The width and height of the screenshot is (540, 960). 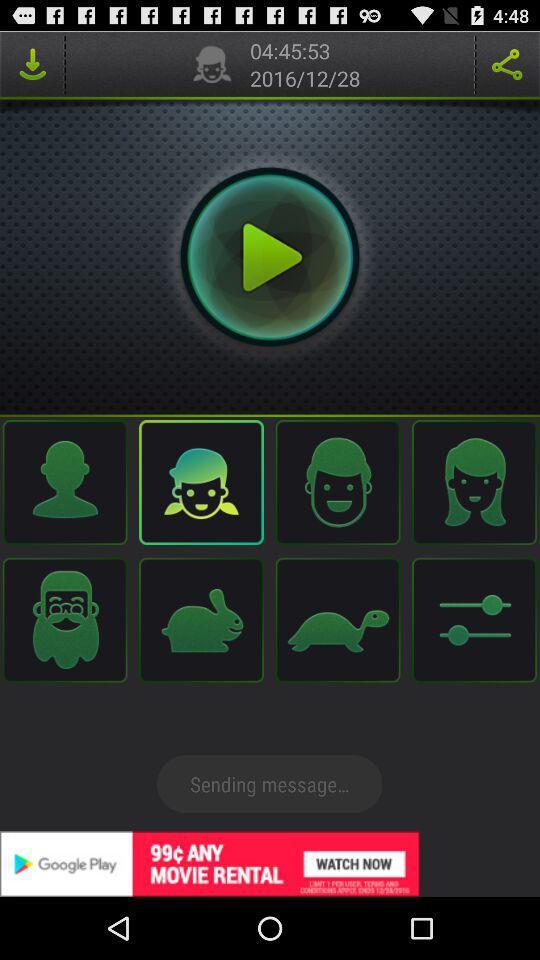 I want to click on downlode, so click(x=31, y=64).